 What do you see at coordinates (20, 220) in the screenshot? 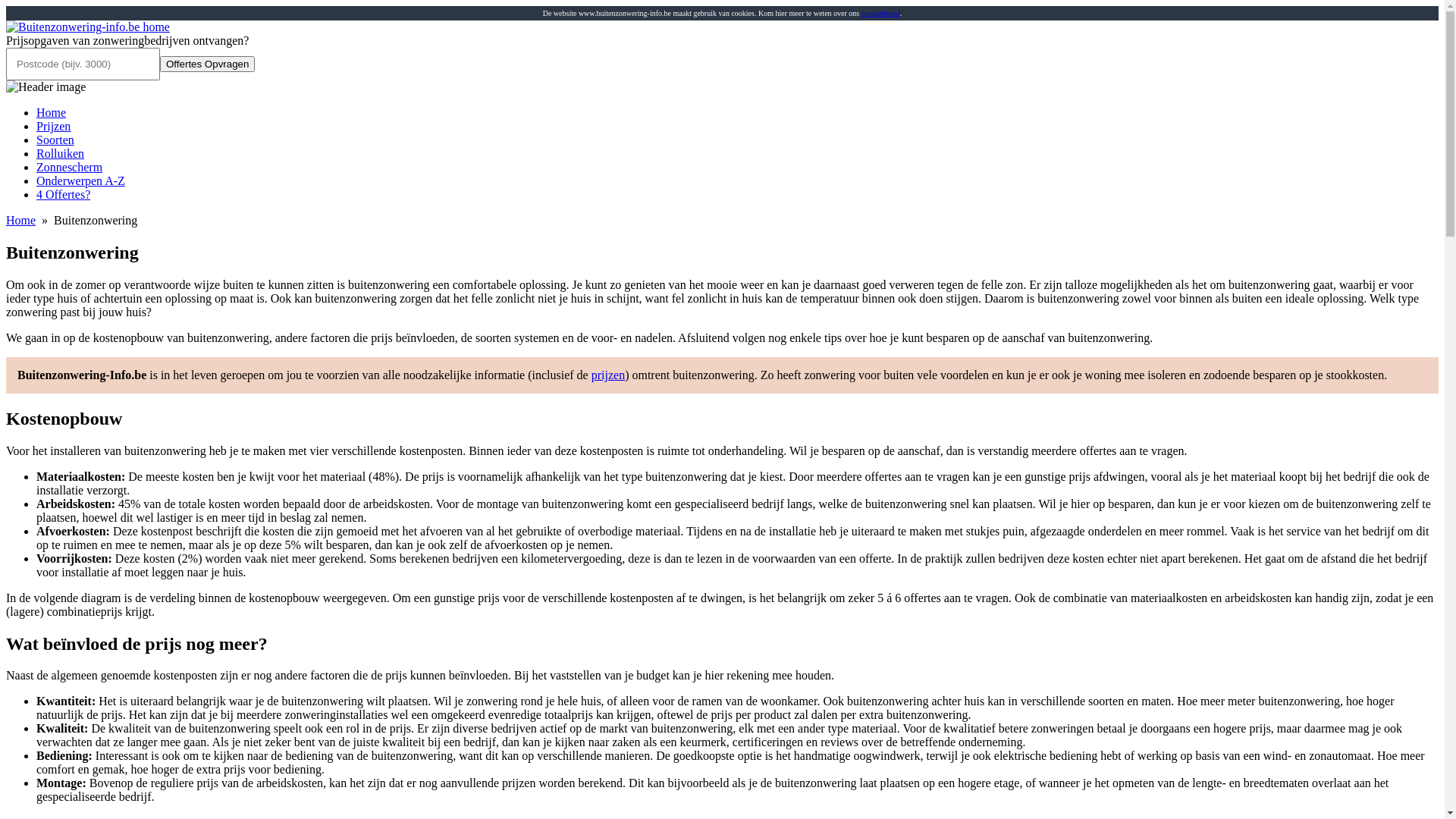
I see `'Home'` at bounding box center [20, 220].